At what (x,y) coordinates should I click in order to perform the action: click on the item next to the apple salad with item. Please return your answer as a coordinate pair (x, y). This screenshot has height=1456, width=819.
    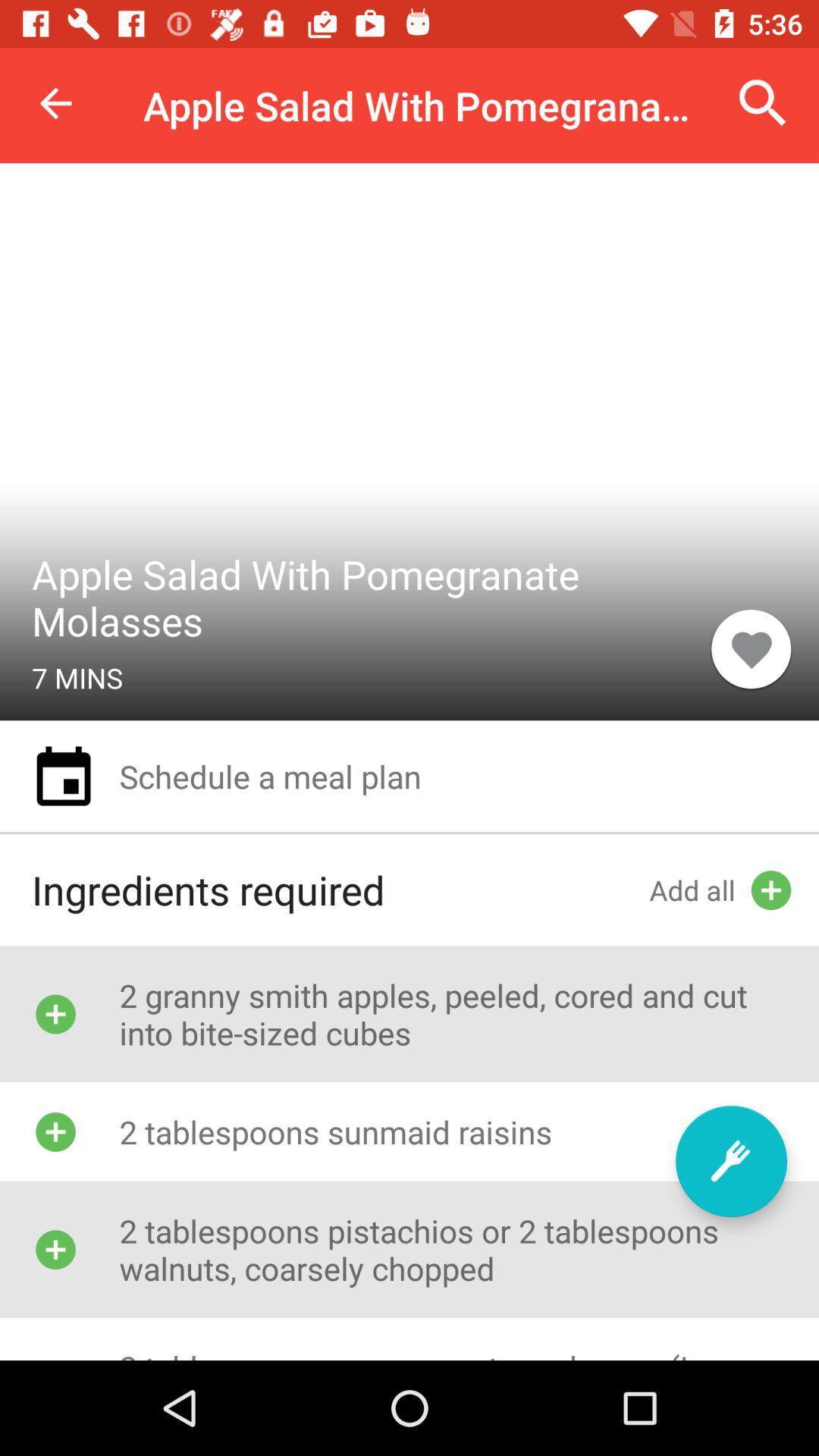
    Looking at the image, I should click on (55, 102).